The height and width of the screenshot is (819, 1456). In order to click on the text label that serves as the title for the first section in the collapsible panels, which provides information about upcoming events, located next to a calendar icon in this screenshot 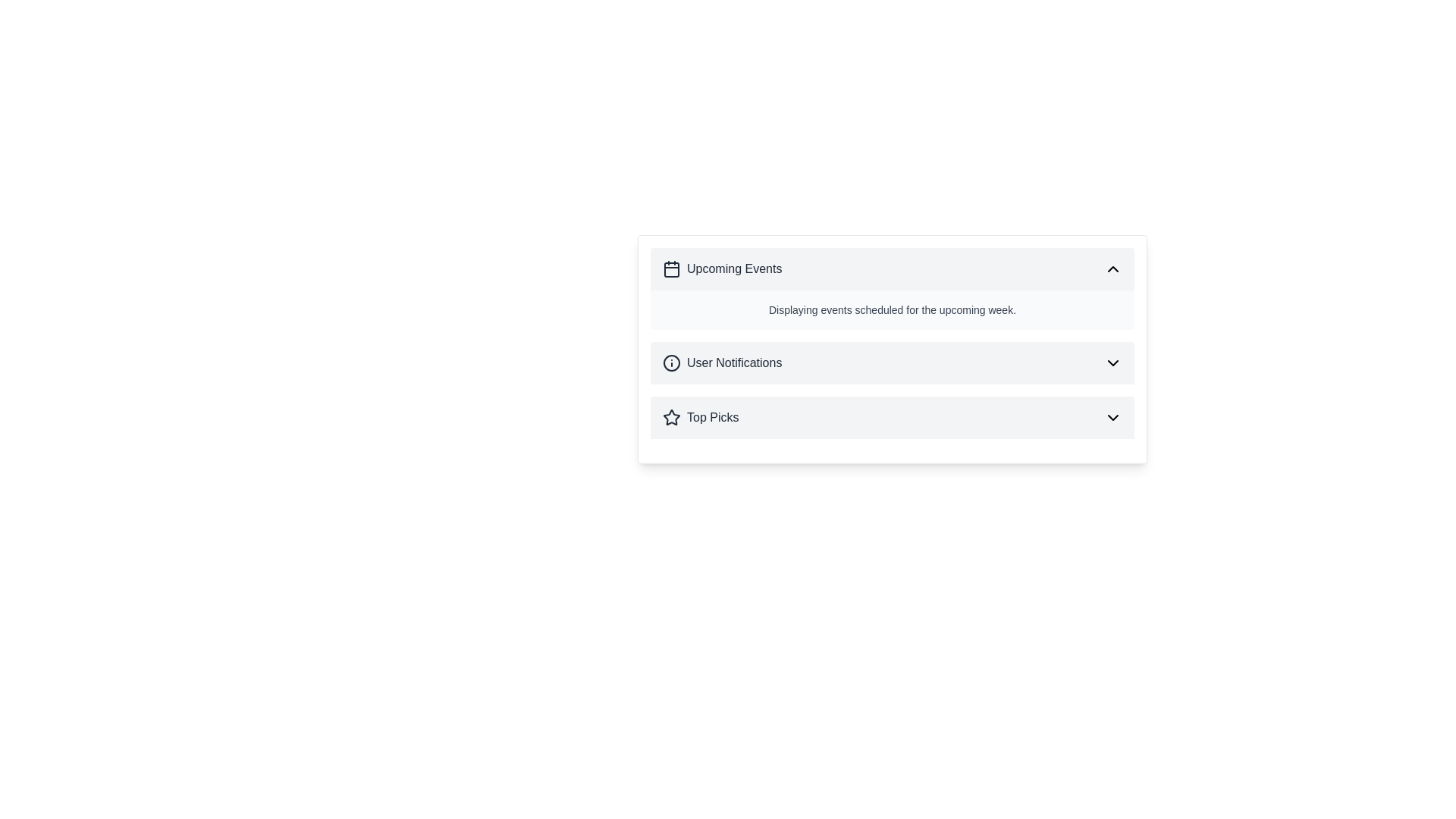, I will do `click(734, 268)`.